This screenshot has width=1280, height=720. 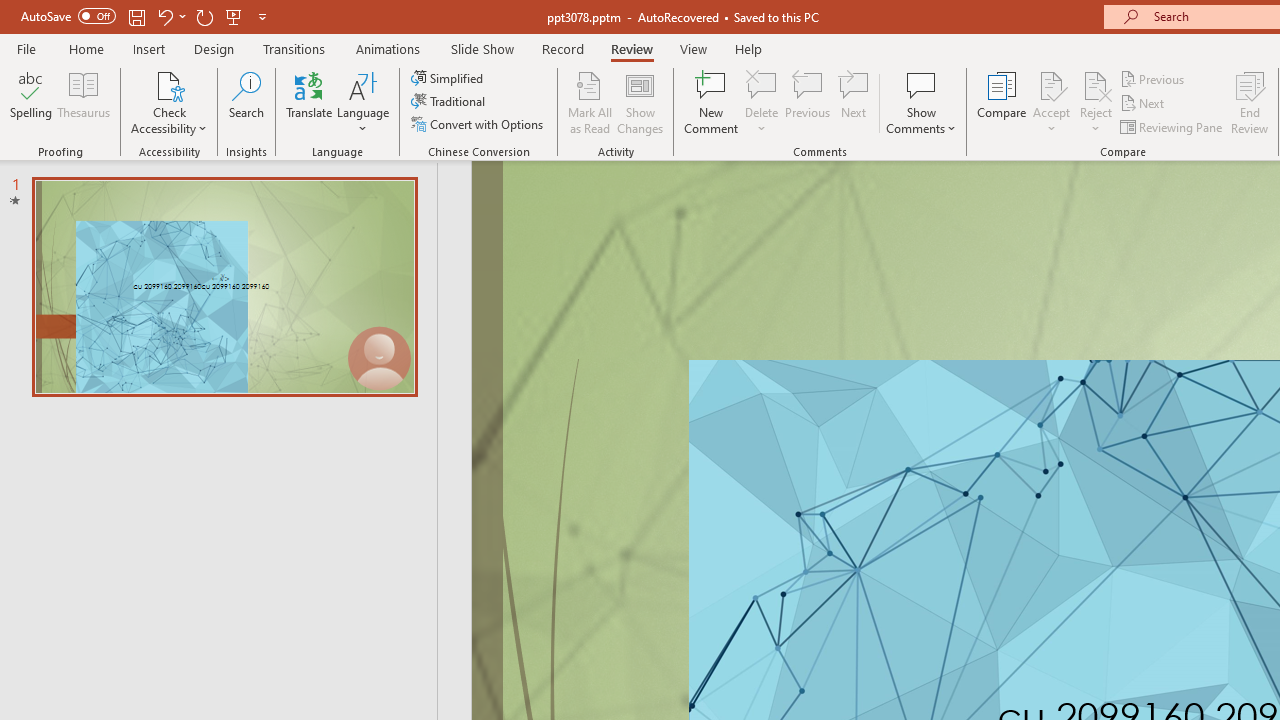 What do you see at coordinates (148, 48) in the screenshot?
I see `'Insert'` at bounding box center [148, 48].